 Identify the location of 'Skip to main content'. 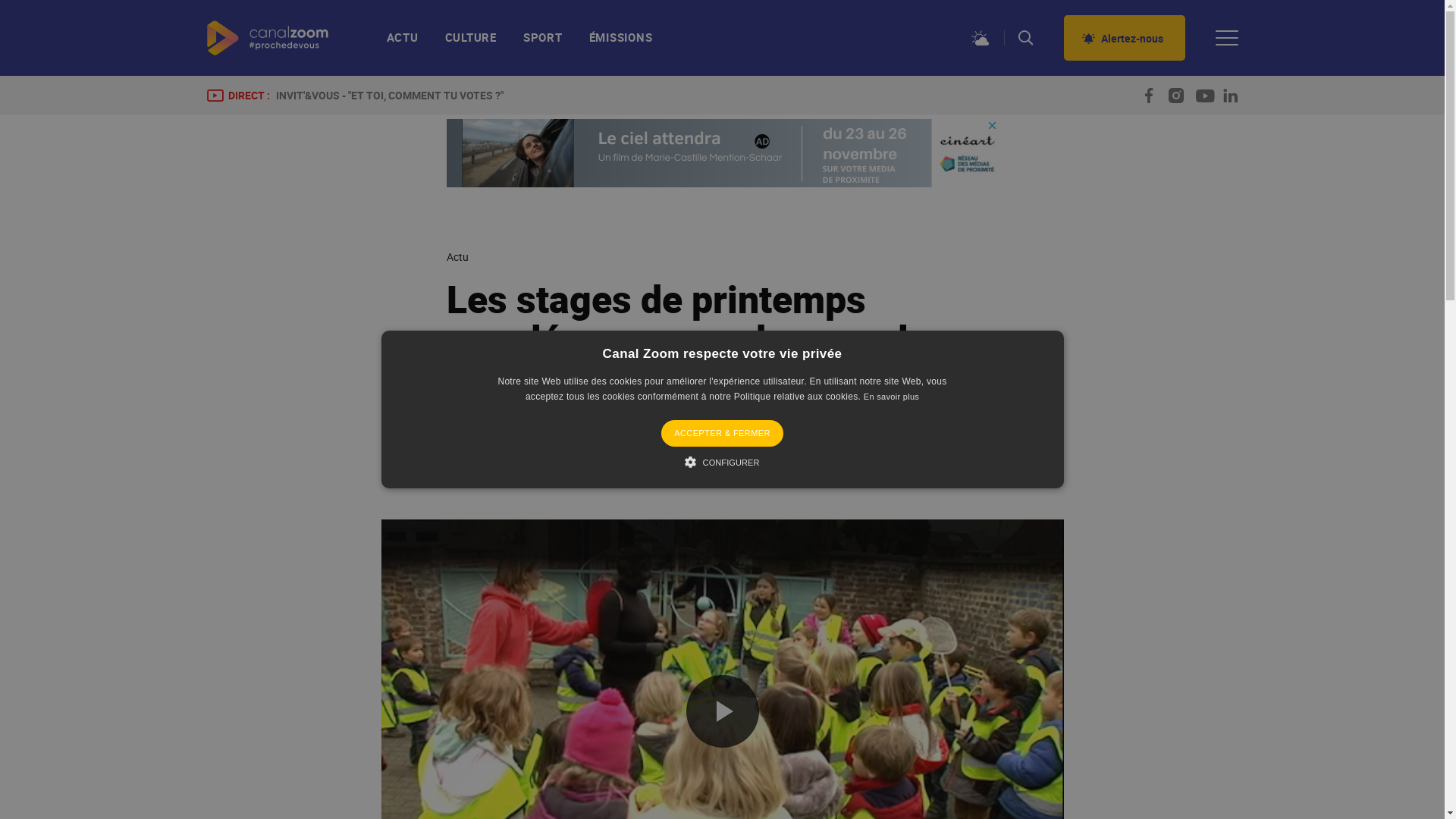
(0, 0).